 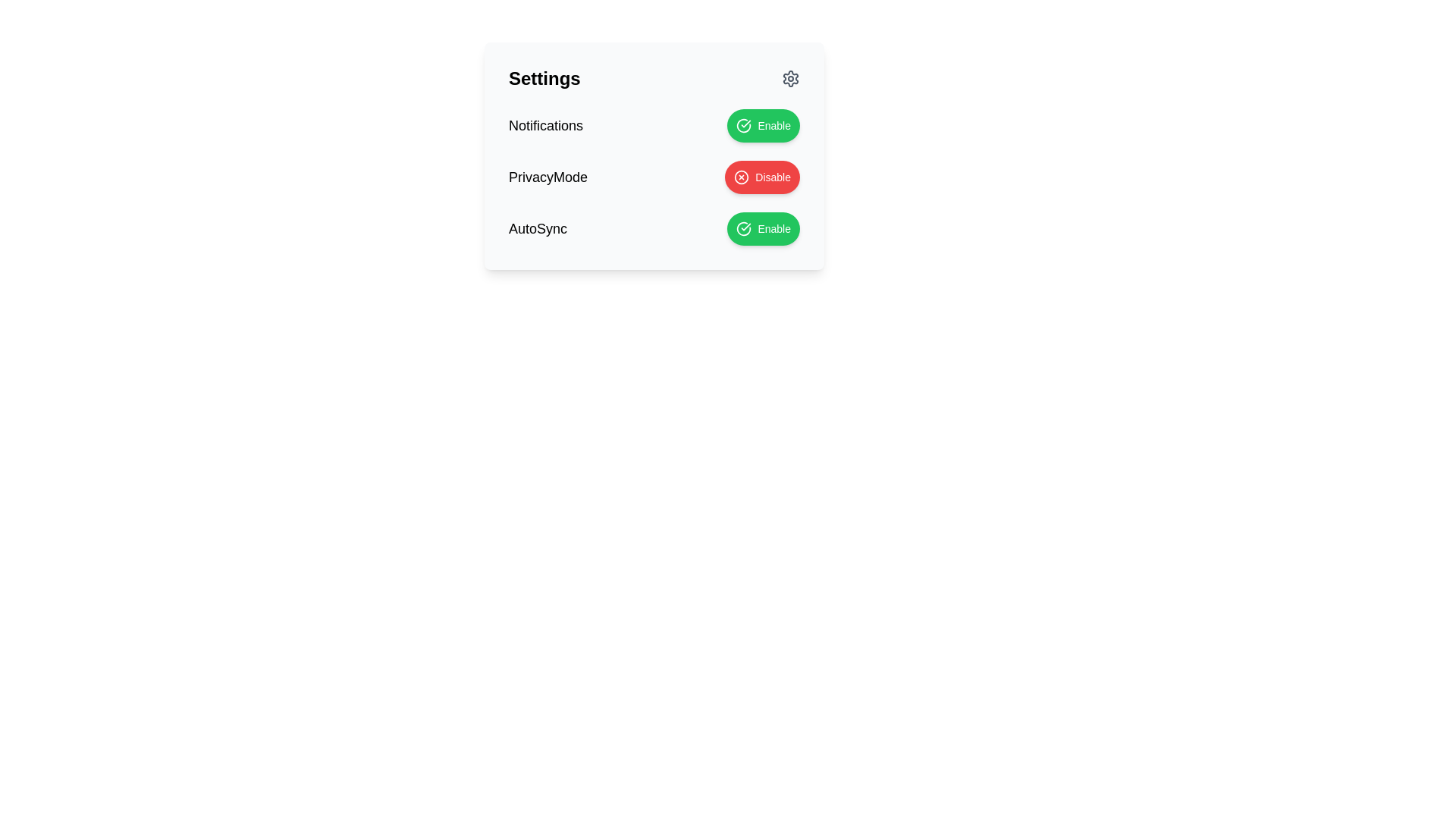 What do you see at coordinates (744, 124) in the screenshot?
I see `the green circle icon with a checkmark, which is part of the 'Enable' button in the Notifications settings row` at bounding box center [744, 124].